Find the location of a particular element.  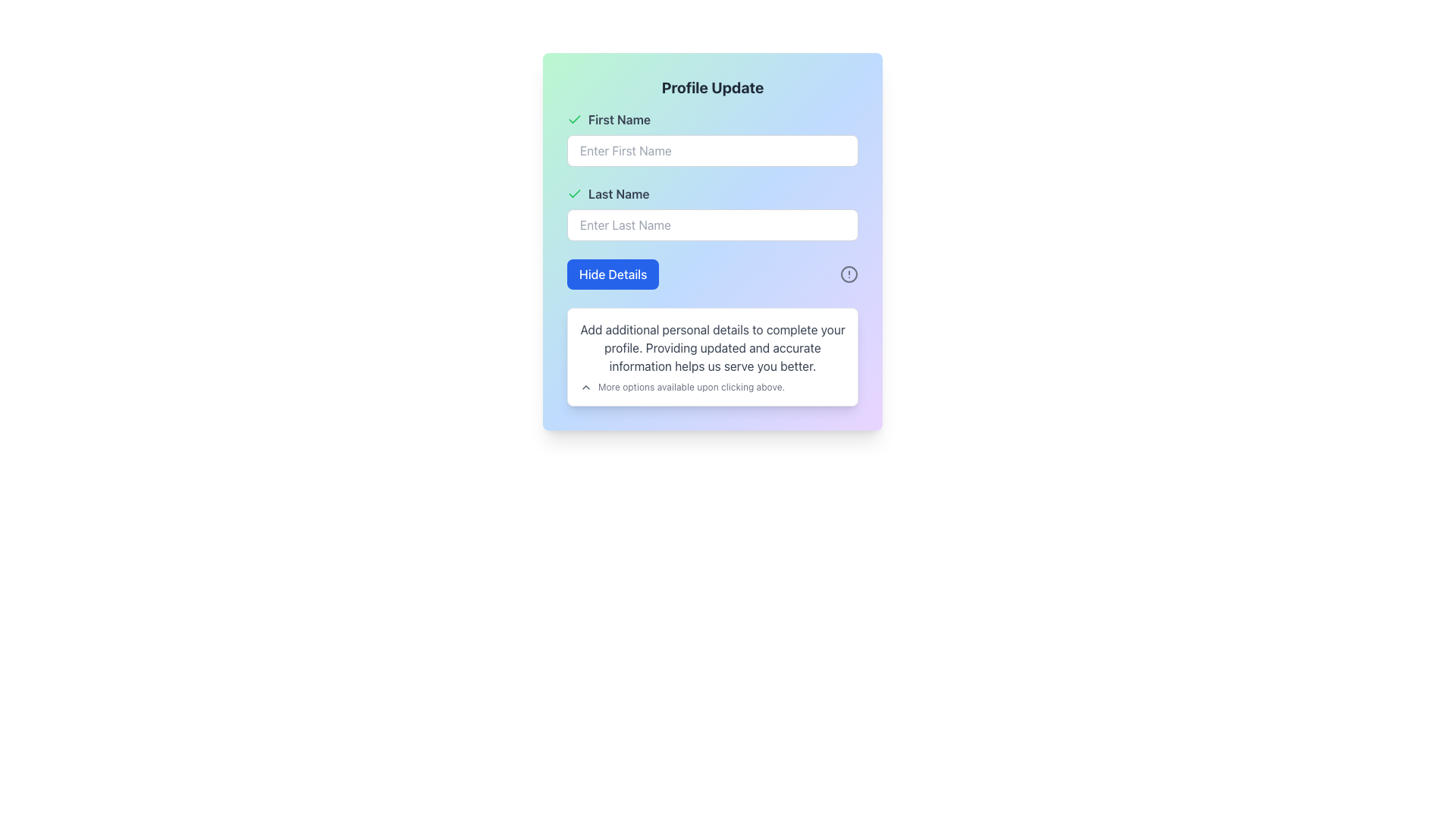

the 'First Name' text input field located under the 'Profile Update' heading to focus on it is located at coordinates (712, 138).